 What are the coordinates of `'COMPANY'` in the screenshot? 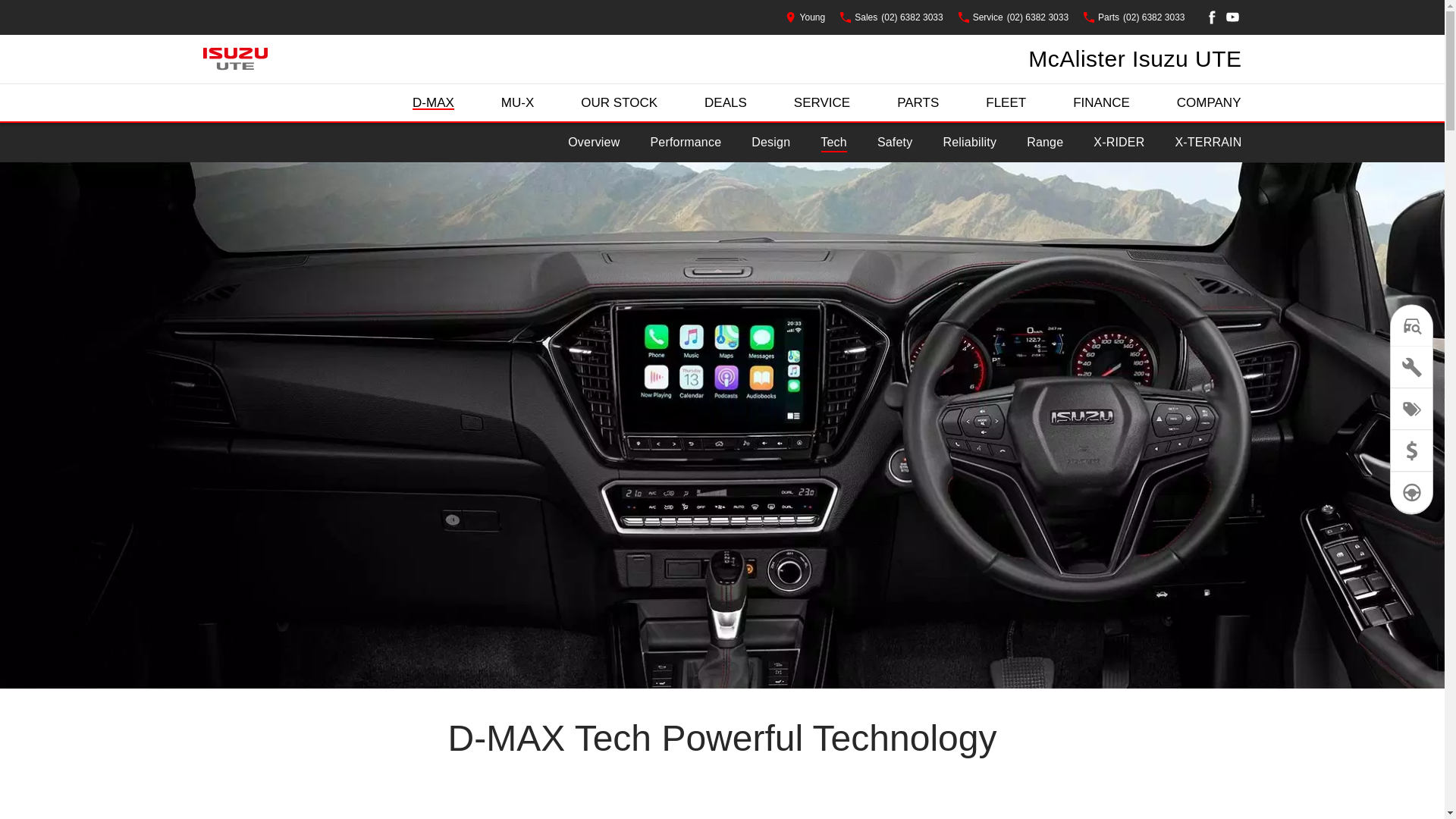 It's located at (1208, 102).